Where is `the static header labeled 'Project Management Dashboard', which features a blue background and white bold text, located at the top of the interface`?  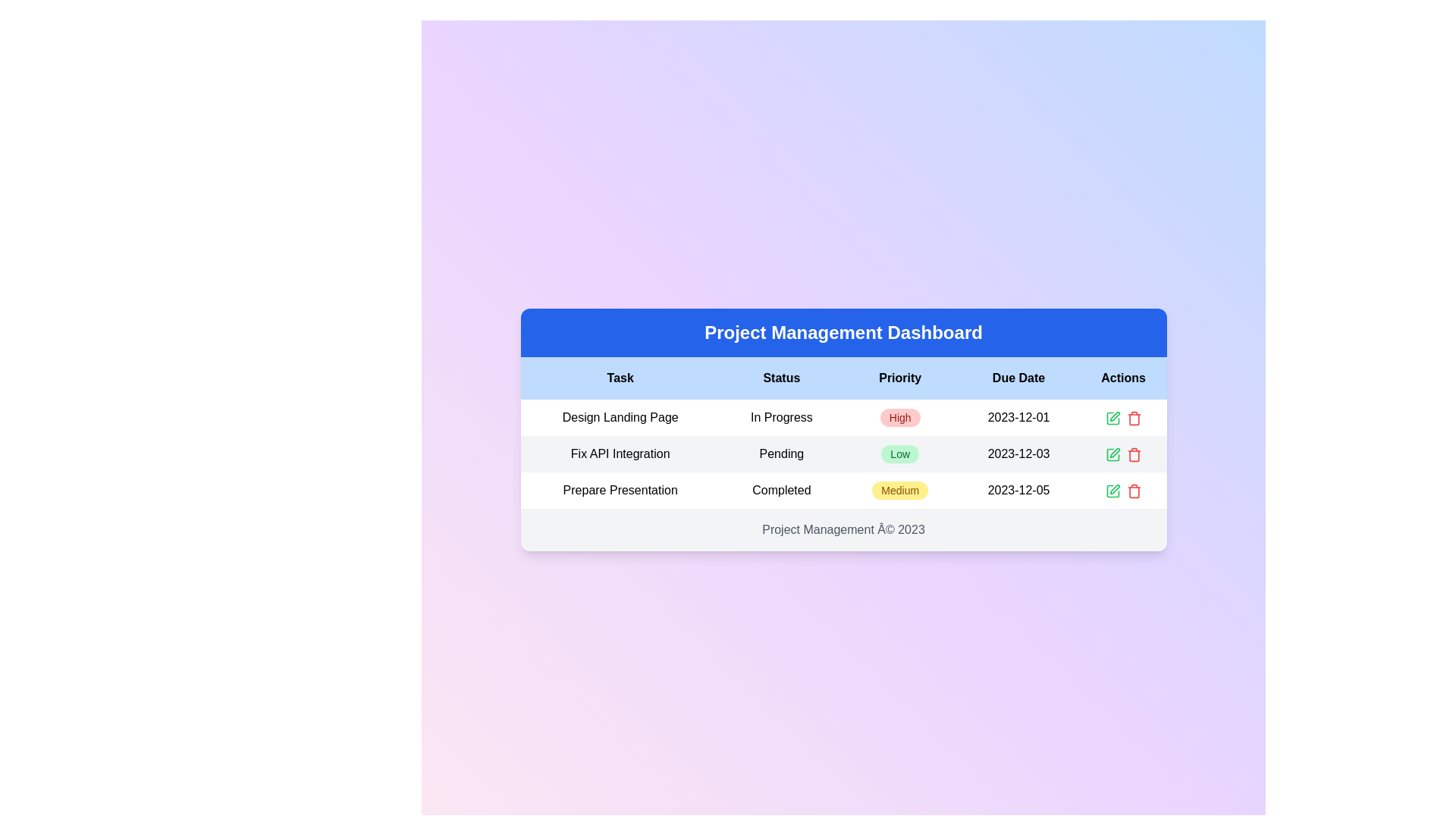
the static header labeled 'Project Management Dashboard', which features a blue background and white bold text, located at the top of the interface is located at coordinates (843, 332).